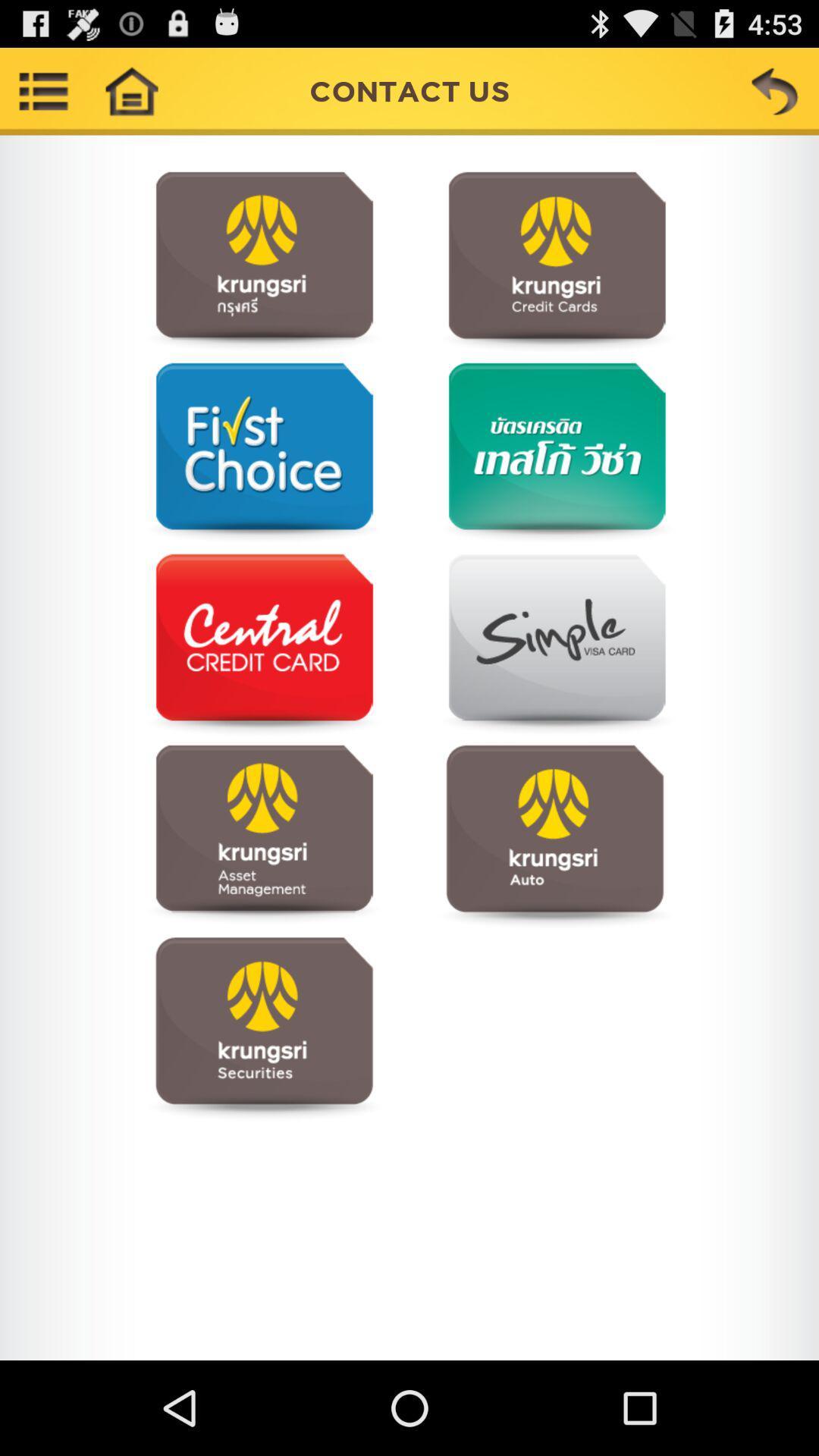 Image resolution: width=819 pixels, height=1456 pixels. I want to click on button for going back home, so click(130, 90).